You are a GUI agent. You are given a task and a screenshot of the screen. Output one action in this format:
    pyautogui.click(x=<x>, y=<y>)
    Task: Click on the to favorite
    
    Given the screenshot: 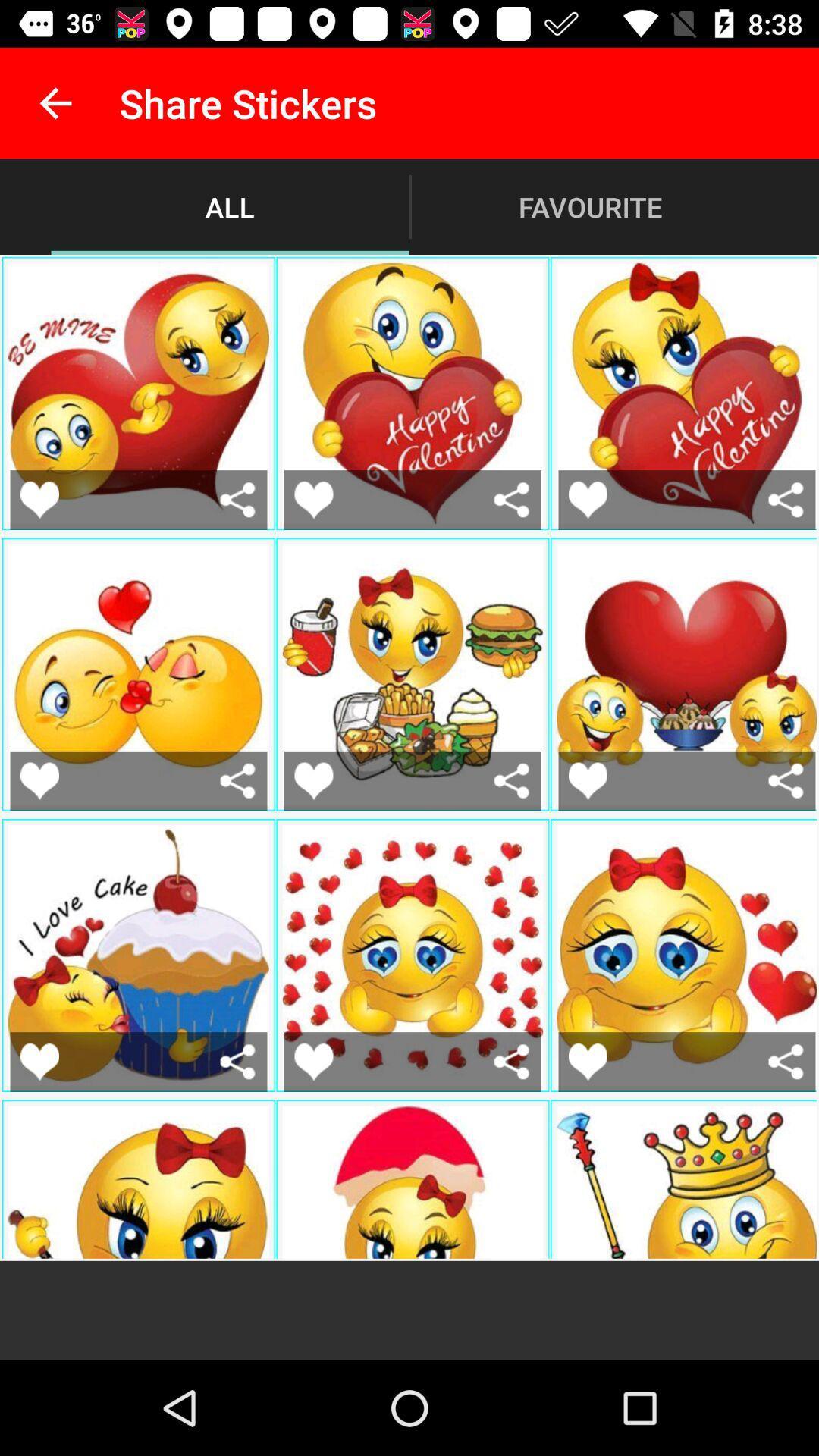 What is the action you would take?
    pyautogui.click(x=237, y=500)
    